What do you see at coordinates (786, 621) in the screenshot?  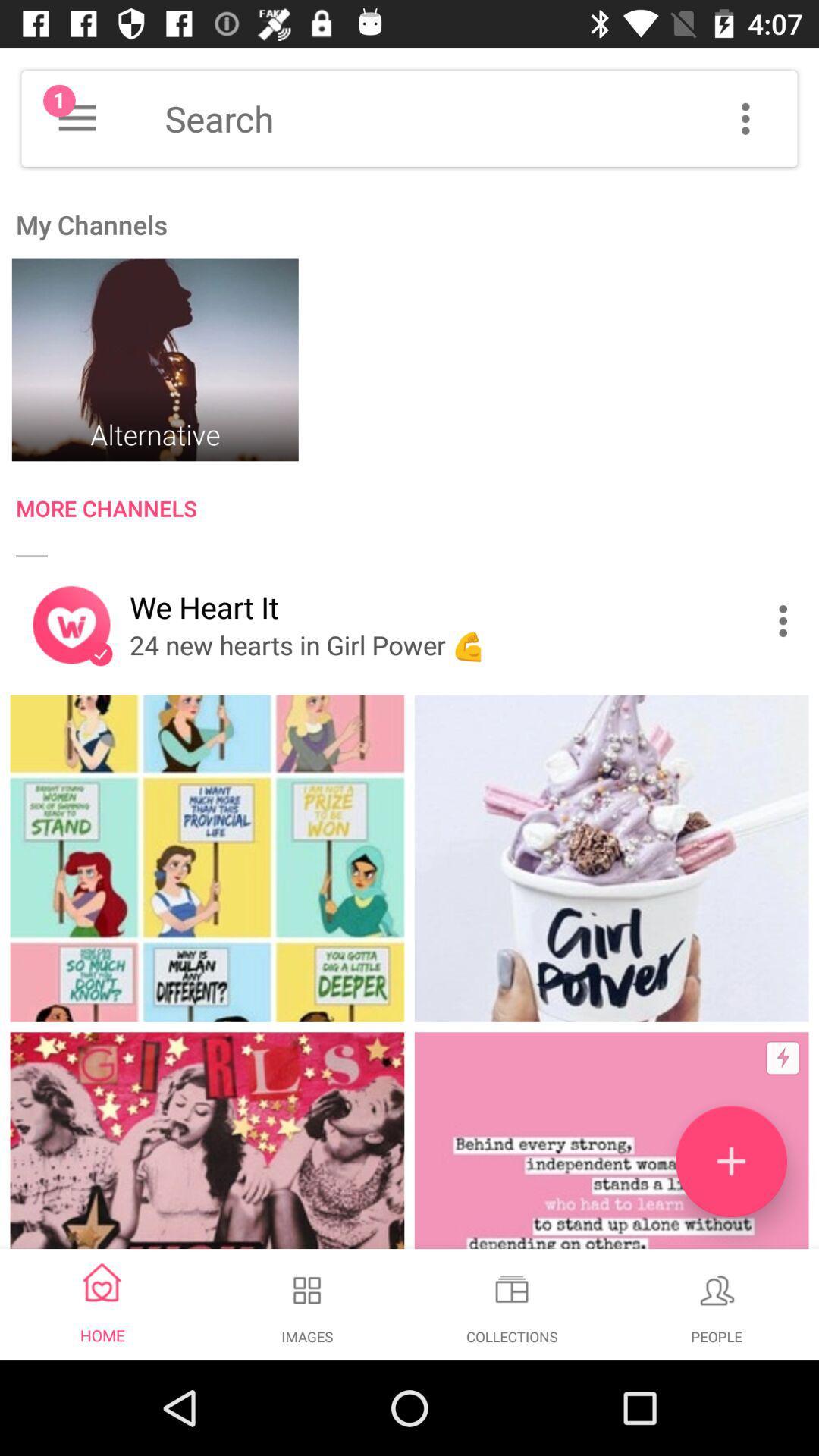 I see `the item below more channels item` at bounding box center [786, 621].